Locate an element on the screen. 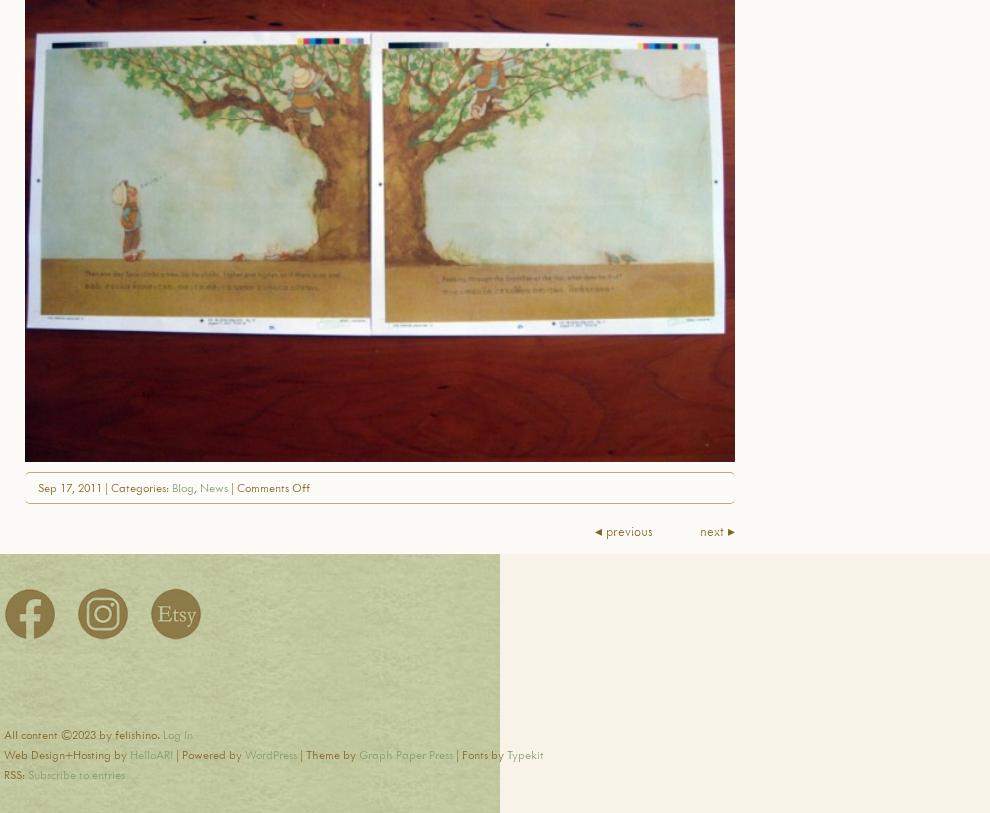  'Sep 17, 2011 | Categories:' is located at coordinates (104, 486).